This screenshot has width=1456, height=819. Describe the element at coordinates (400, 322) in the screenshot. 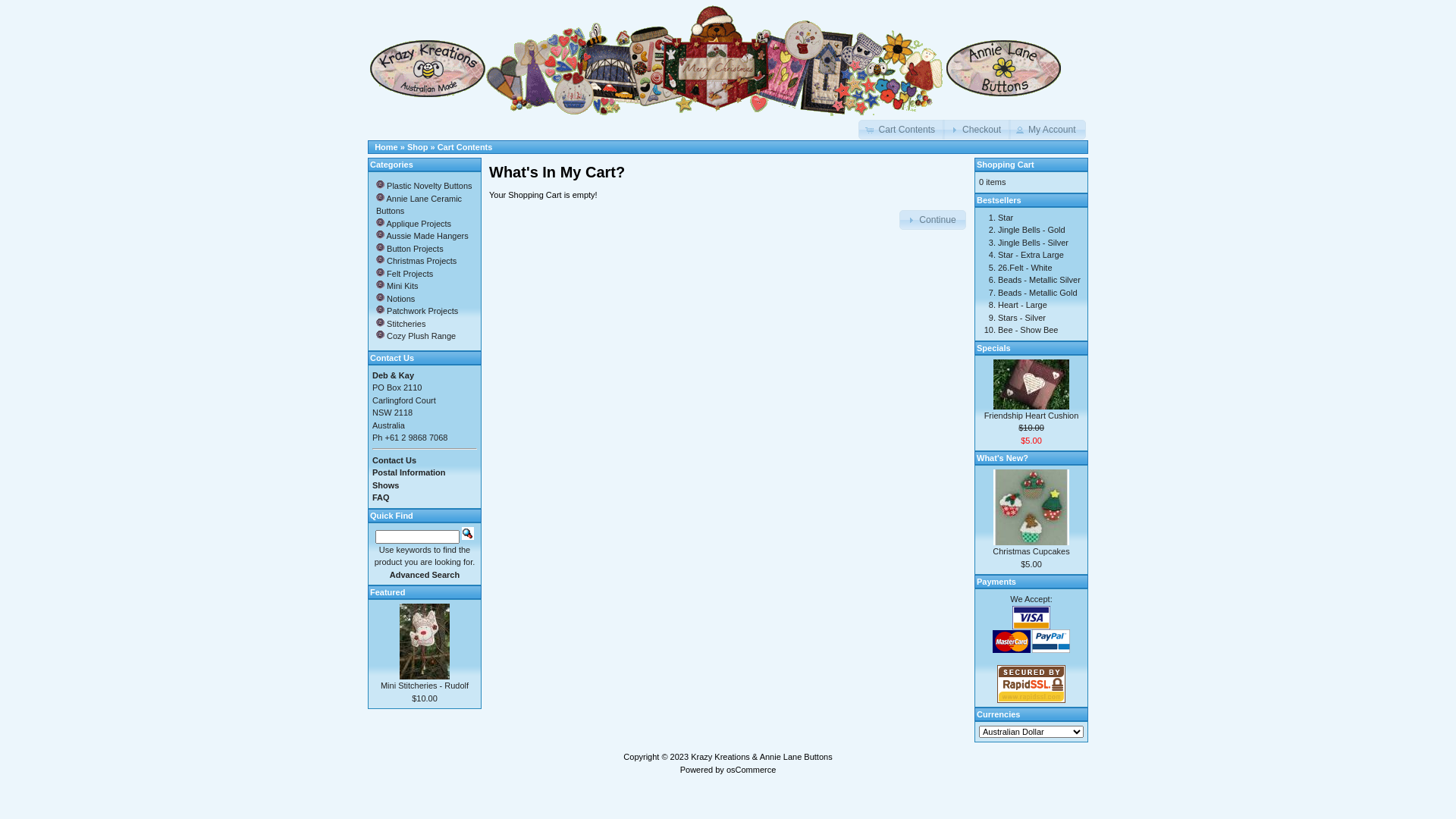

I see `' Stitcheries'` at that location.